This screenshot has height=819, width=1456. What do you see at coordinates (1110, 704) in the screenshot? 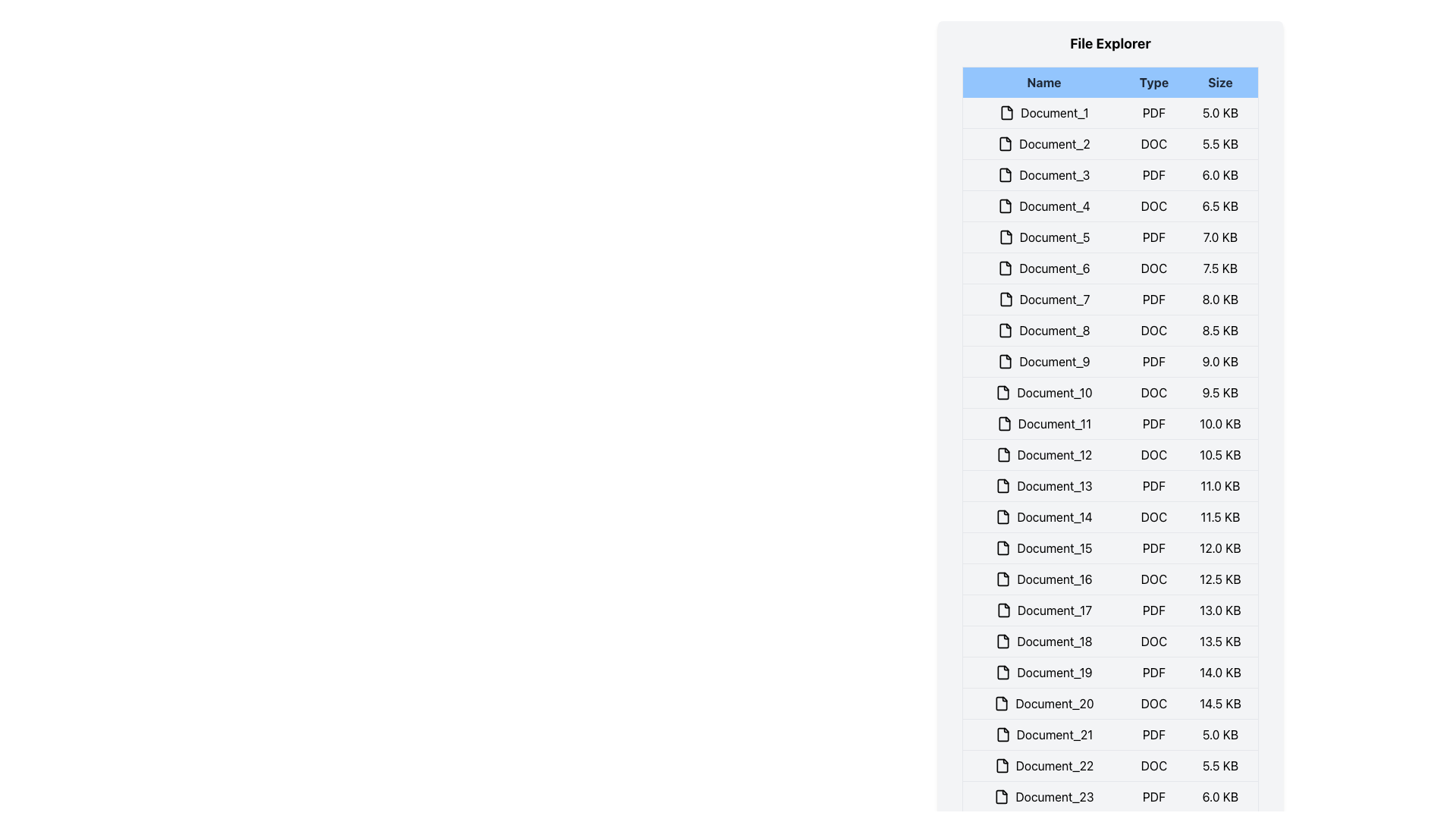
I see `on the list item representing a file, which is the twentieth item in a vertical list of a file explorer interface` at bounding box center [1110, 704].